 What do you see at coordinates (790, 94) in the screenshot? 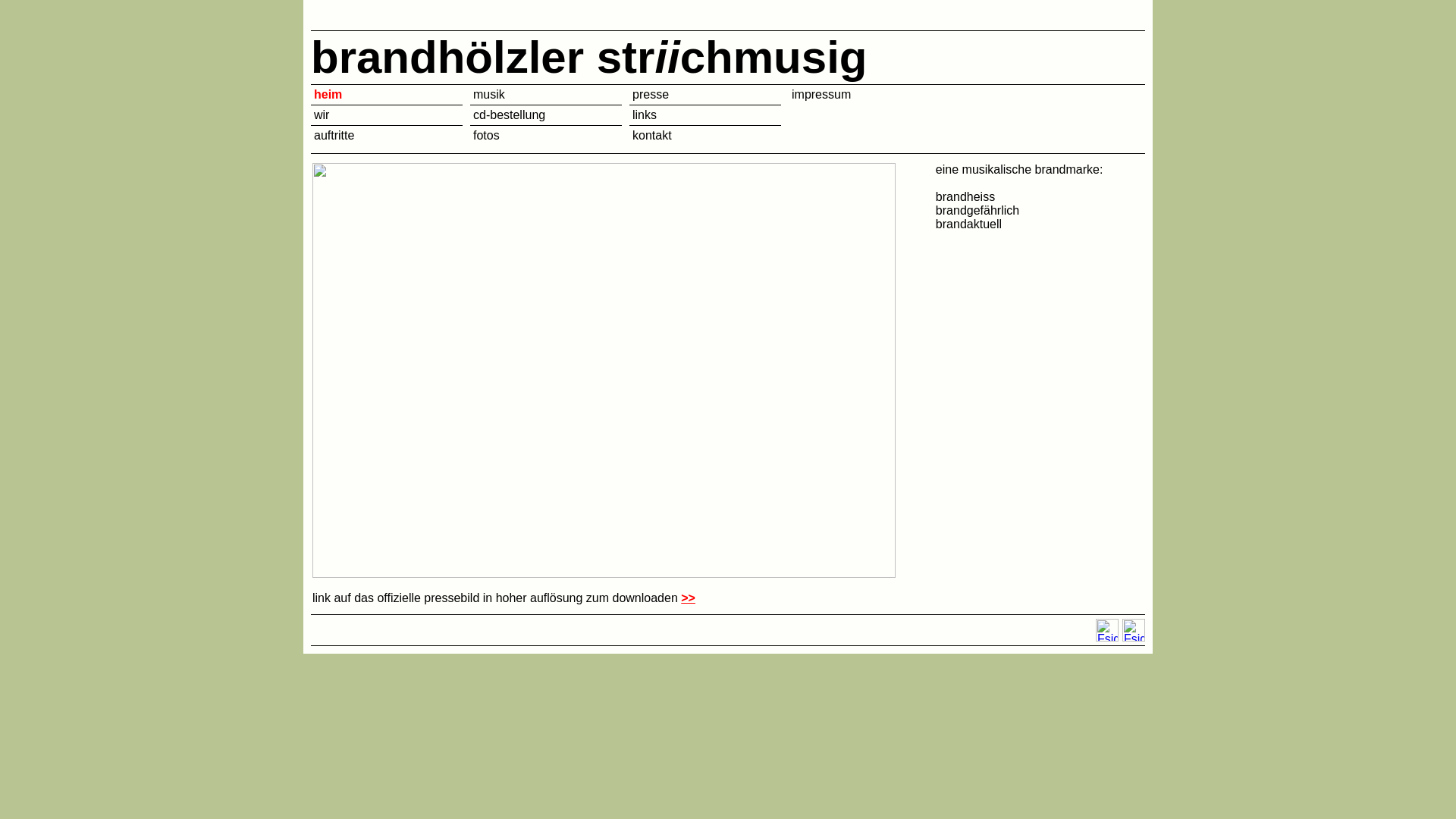
I see `'impressum'` at bounding box center [790, 94].